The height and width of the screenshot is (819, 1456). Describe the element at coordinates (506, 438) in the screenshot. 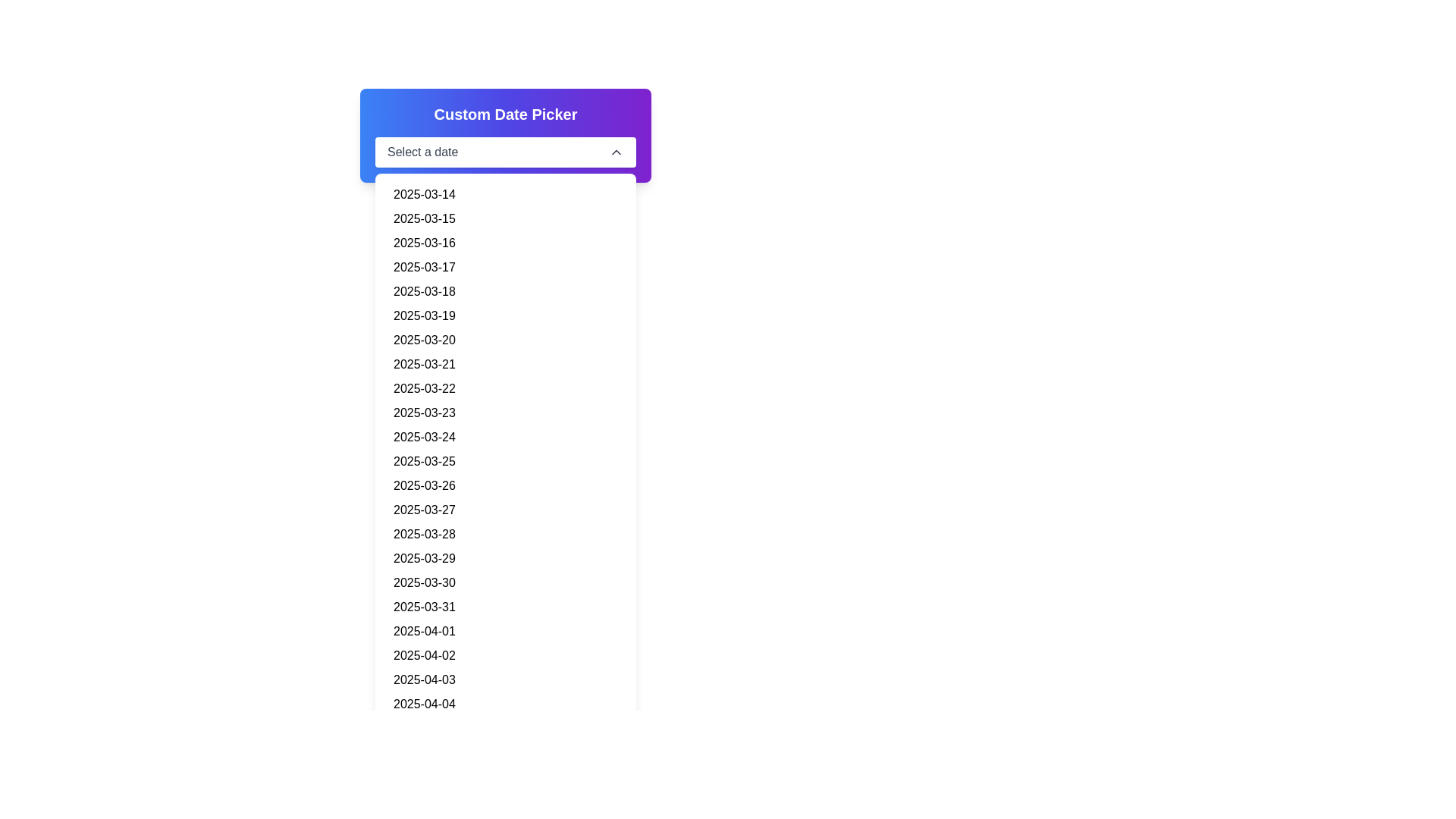

I see `to select the date '2025-03-24' in the dropdown list item, which is the 11th item in the vertical list of dates` at that location.